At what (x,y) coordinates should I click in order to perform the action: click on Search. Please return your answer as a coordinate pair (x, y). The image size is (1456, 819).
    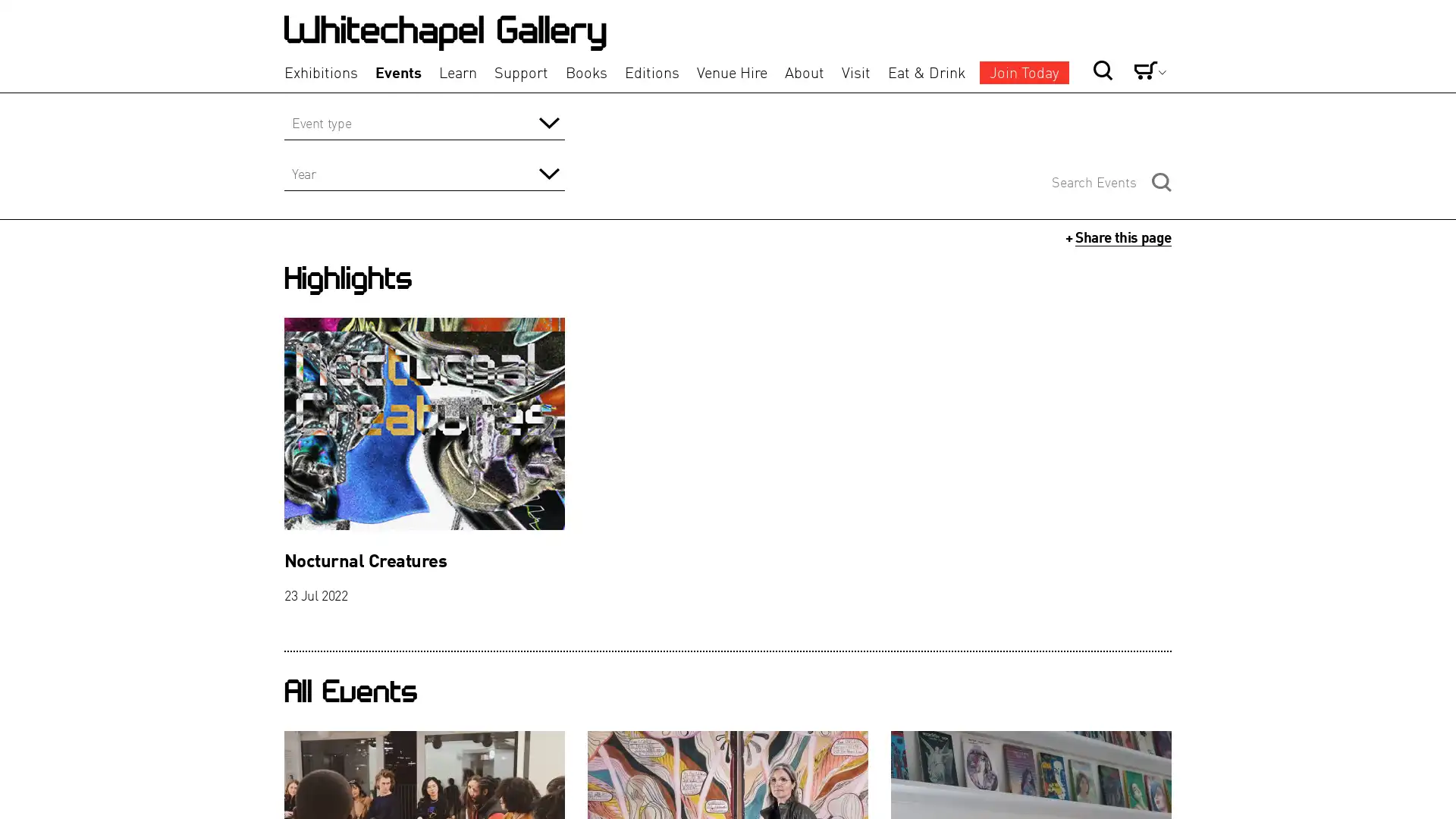
    Looking at the image, I should click on (1160, 180).